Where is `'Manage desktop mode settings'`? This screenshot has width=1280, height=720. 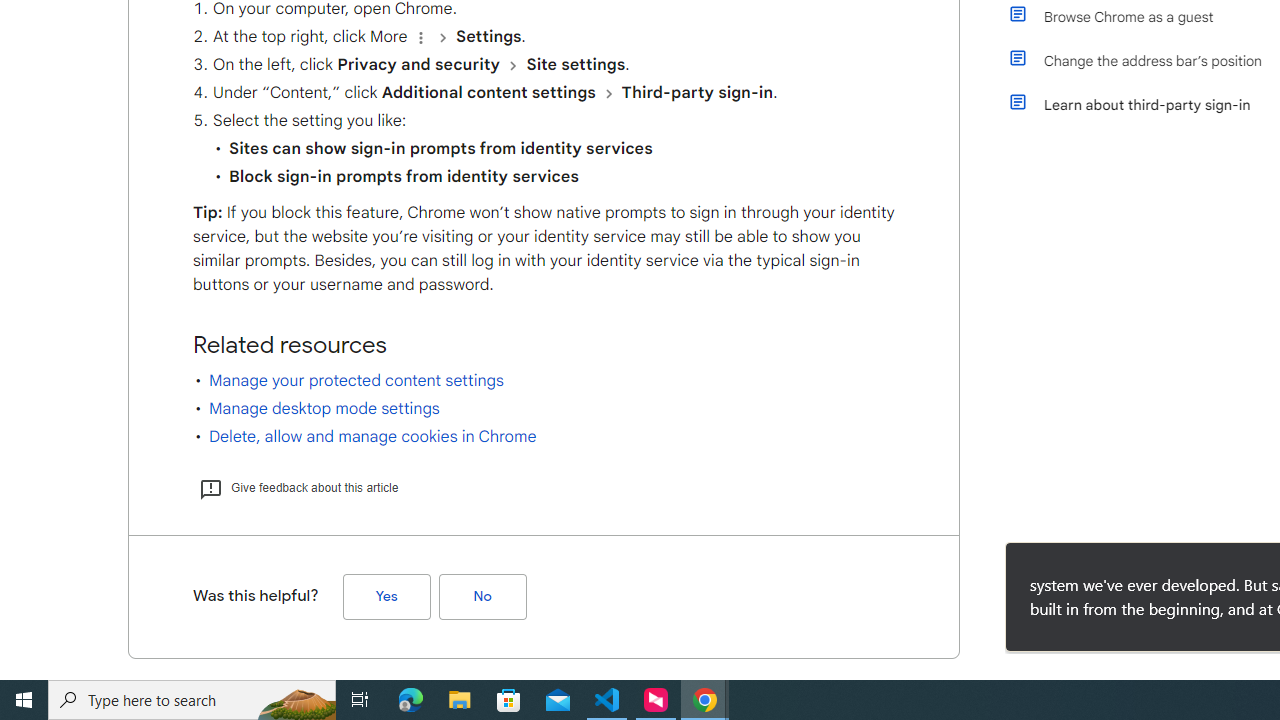 'Manage desktop mode settings' is located at coordinates (324, 407).